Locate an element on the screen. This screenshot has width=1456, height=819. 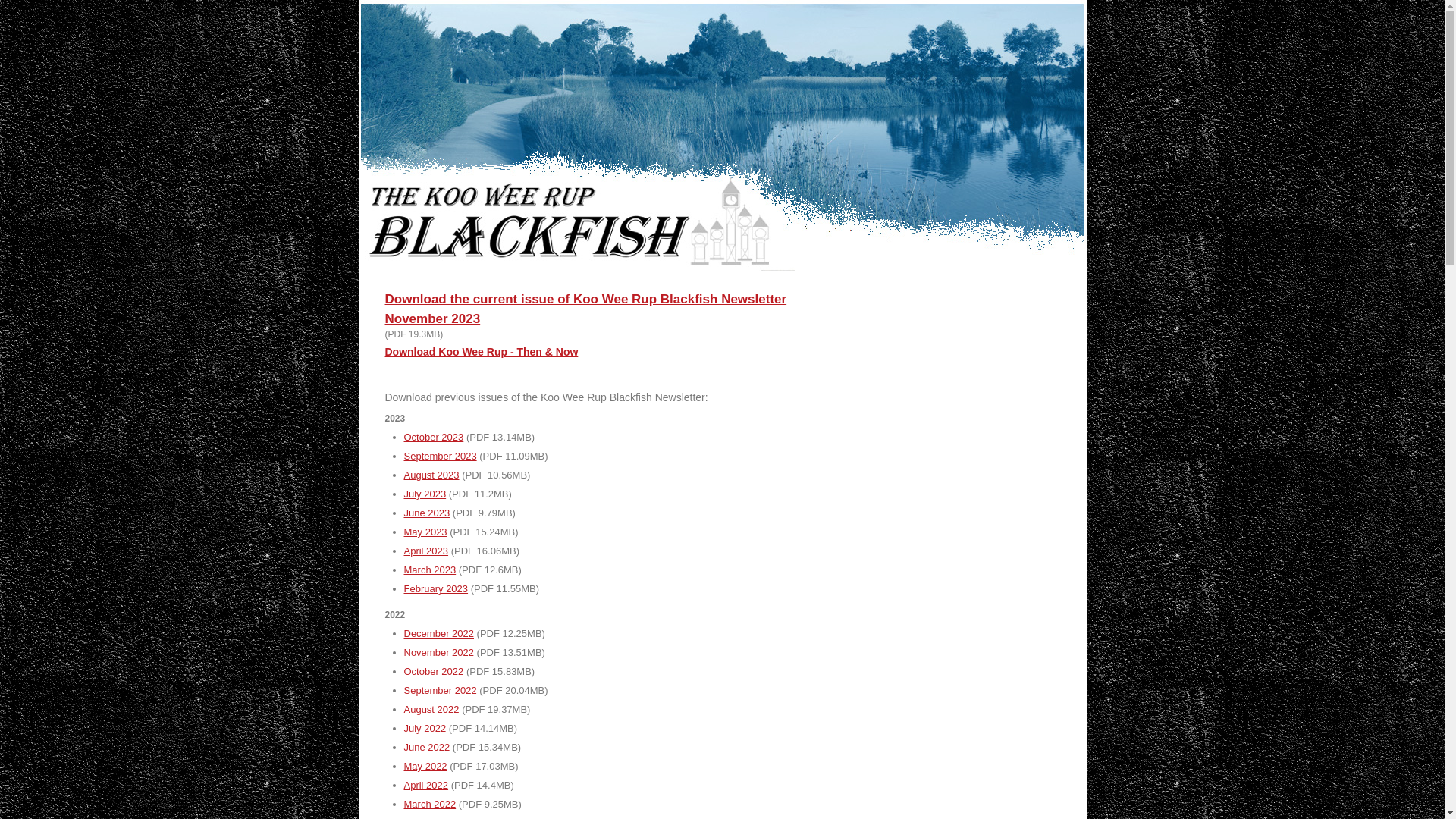
'September 2023' is located at coordinates (439, 455).